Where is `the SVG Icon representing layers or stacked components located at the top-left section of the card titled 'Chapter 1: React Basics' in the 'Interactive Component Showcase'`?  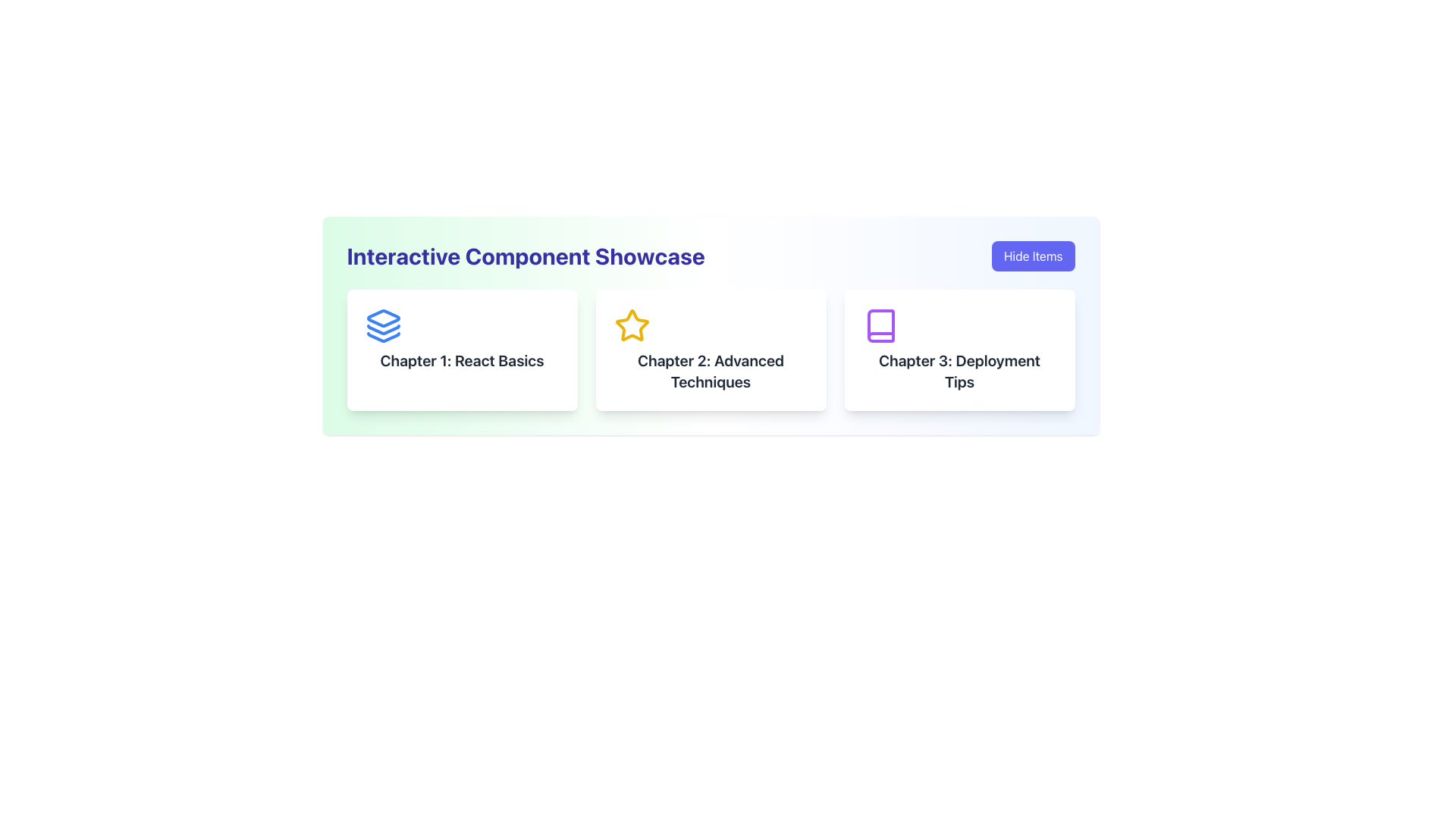 the SVG Icon representing layers or stacked components located at the top-left section of the card titled 'Chapter 1: React Basics' in the 'Interactive Component Showcase' is located at coordinates (383, 325).